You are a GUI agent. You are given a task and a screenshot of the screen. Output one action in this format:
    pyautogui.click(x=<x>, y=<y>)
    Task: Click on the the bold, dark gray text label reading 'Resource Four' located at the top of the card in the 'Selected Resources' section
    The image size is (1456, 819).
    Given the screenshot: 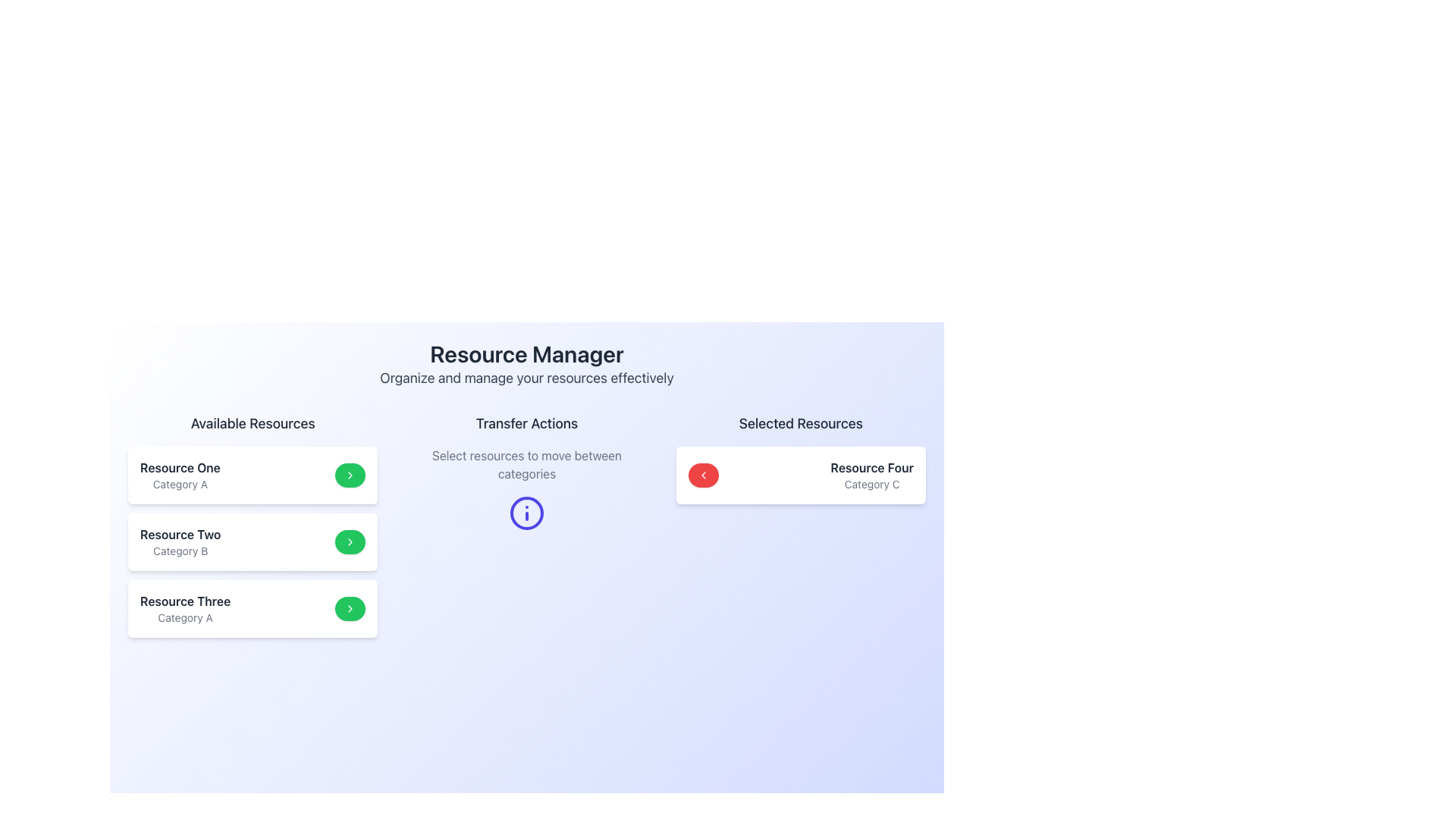 What is the action you would take?
    pyautogui.click(x=872, y=467)
    